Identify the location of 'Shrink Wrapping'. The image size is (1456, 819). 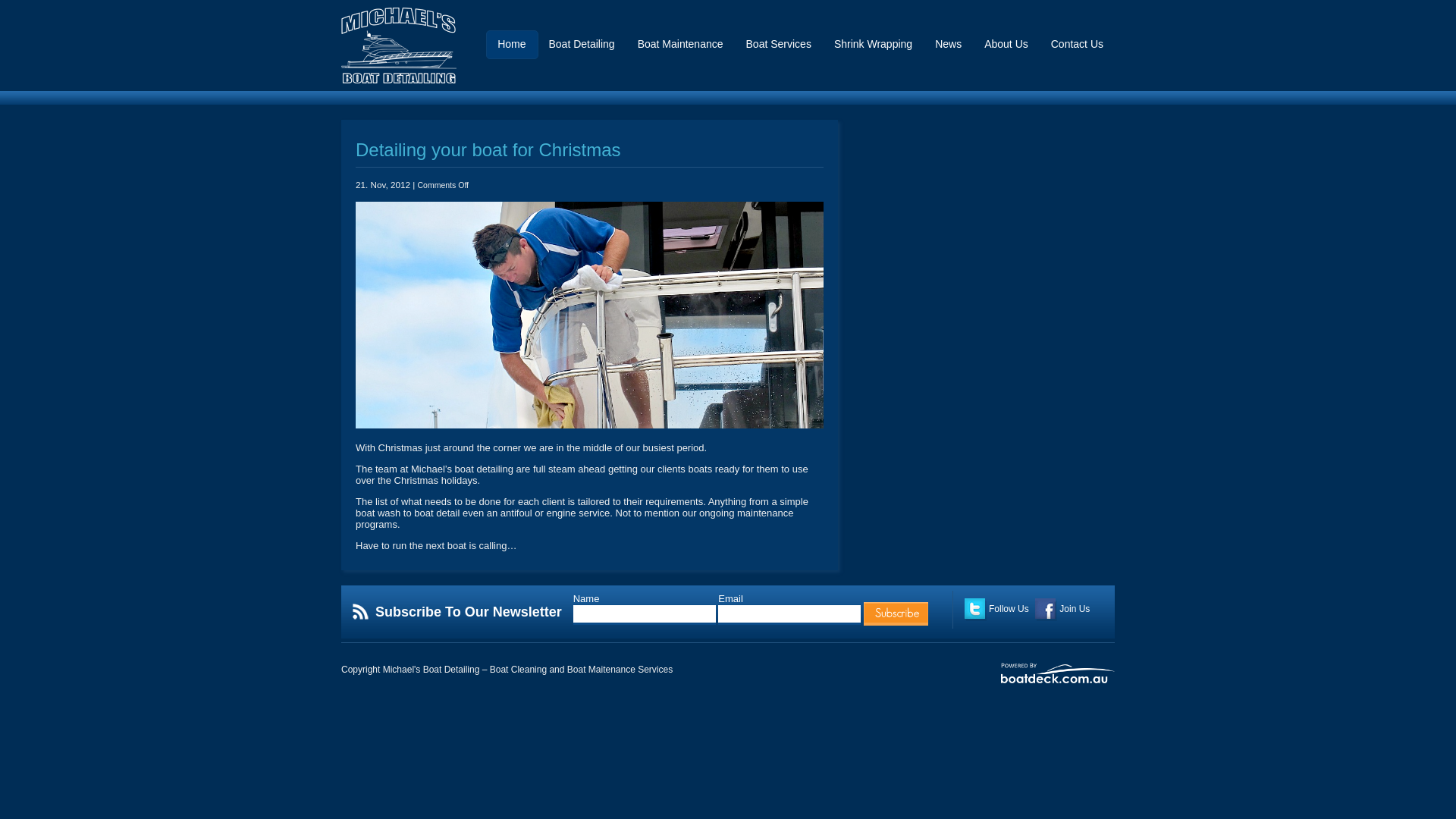
(833, 49).